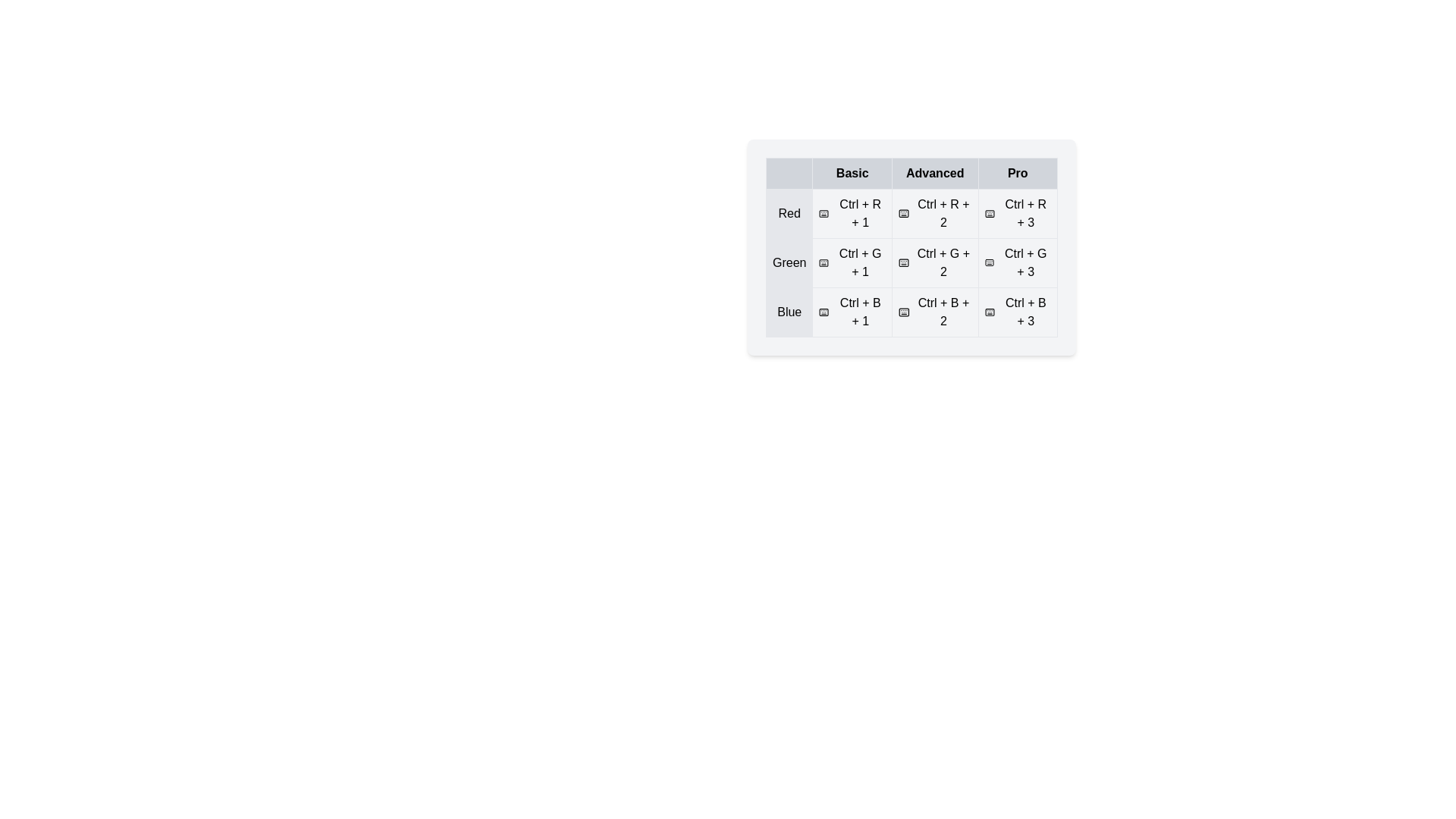 Image resolution: width=1456 pixels, height=819 pixels. Describe the element at coordinates (852, 312) in the screenshot. I see `the label indicating the keyboard shortcut located in the third row and first column of the grid` at that location.